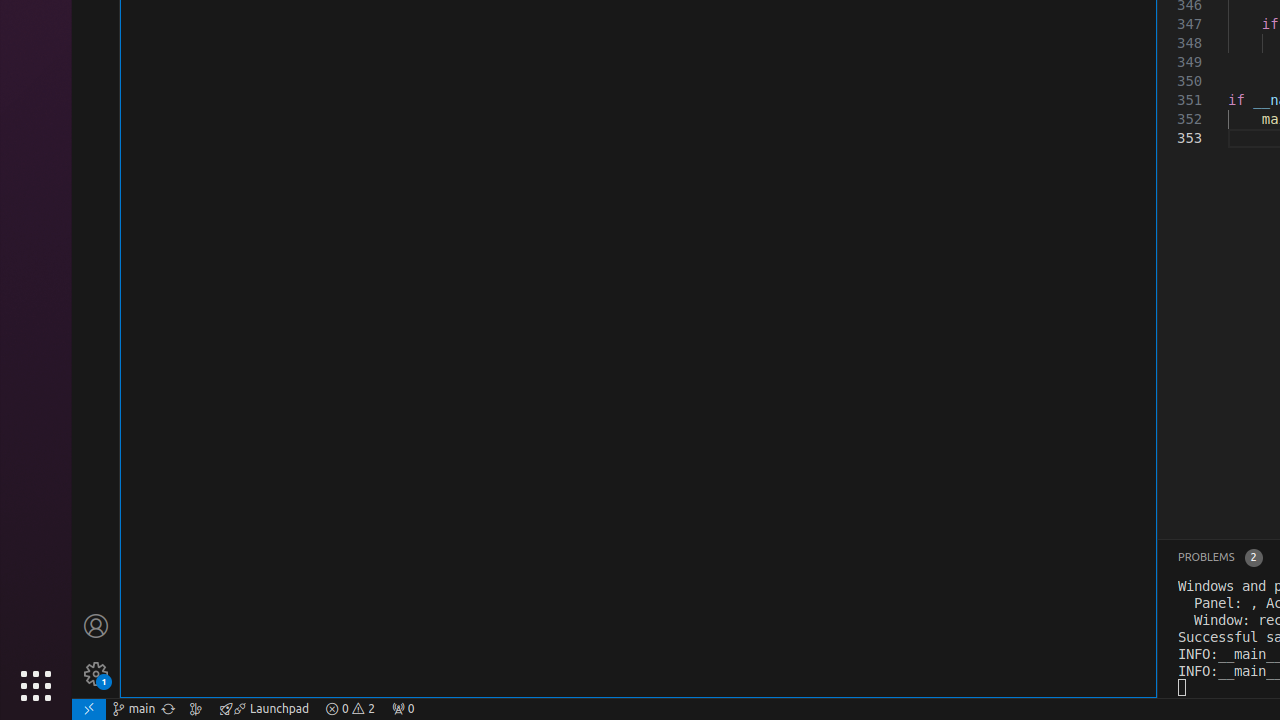  I want to click on 'OSWorld (Git) - main, Checkout Branch/Tag...', so click(133, 707).